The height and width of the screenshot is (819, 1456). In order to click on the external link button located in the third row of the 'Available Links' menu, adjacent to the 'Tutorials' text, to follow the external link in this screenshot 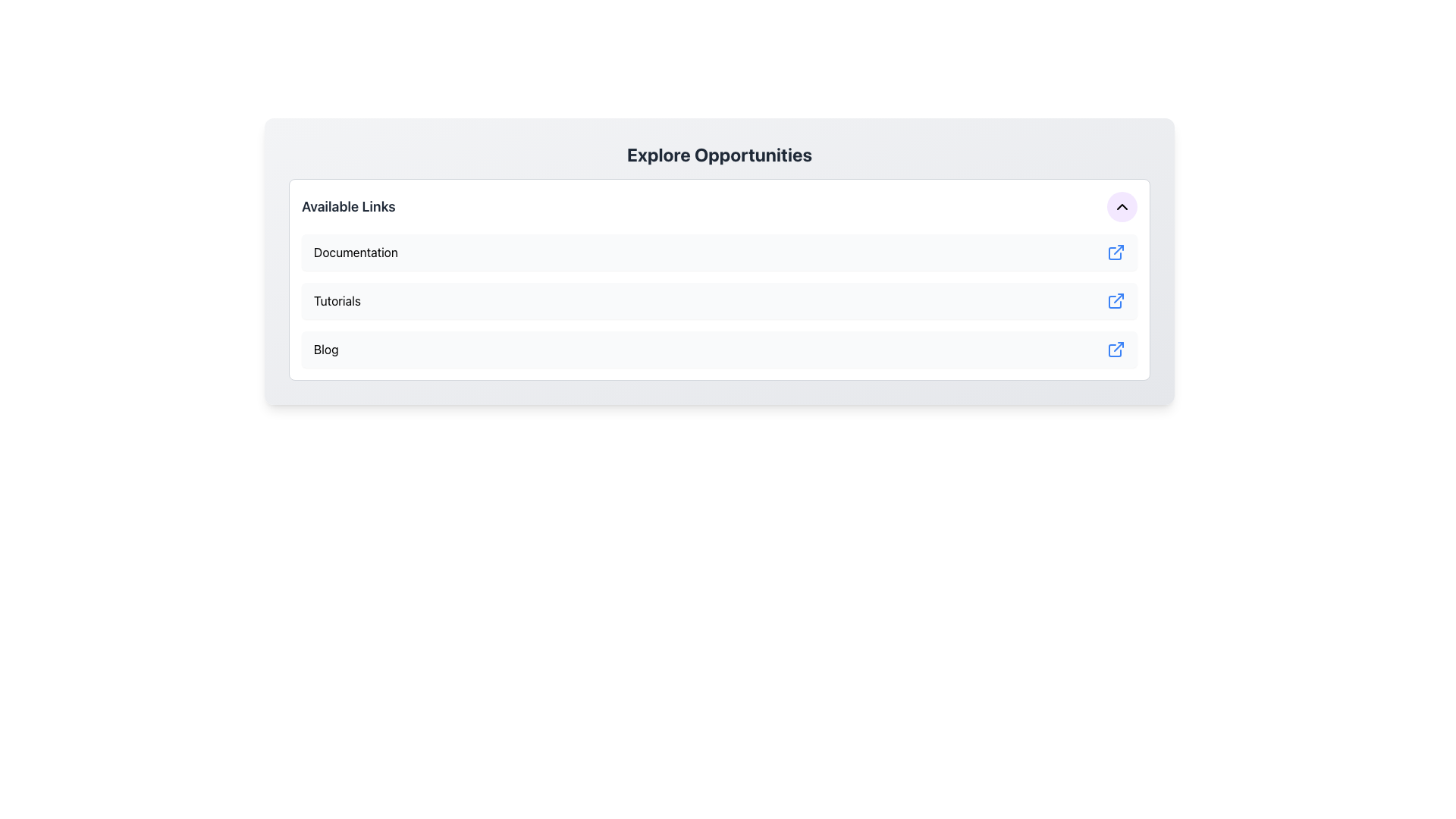, I will do `click(1116, 301)`.